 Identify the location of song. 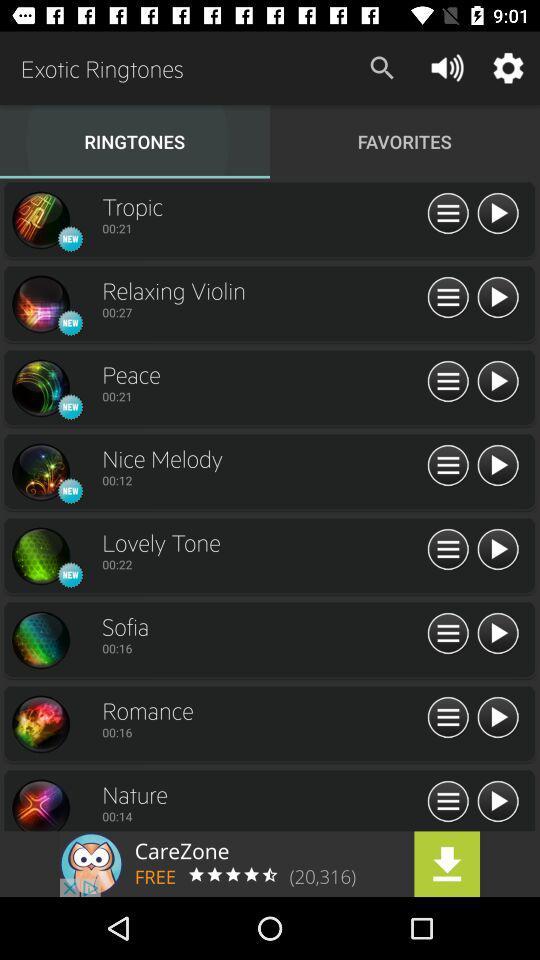
(496, 802).